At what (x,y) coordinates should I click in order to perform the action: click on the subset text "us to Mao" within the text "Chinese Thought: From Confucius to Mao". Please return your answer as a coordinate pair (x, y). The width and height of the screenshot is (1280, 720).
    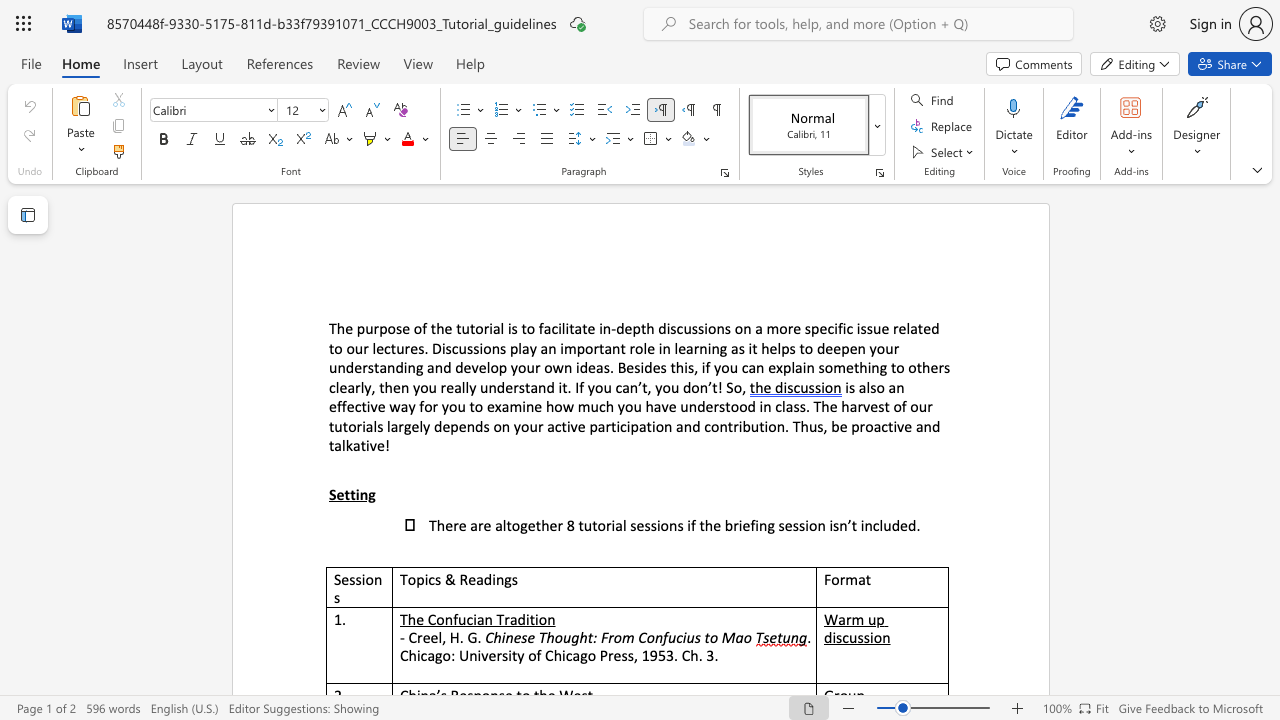
    Looking at the image, I should click on (686, 637).